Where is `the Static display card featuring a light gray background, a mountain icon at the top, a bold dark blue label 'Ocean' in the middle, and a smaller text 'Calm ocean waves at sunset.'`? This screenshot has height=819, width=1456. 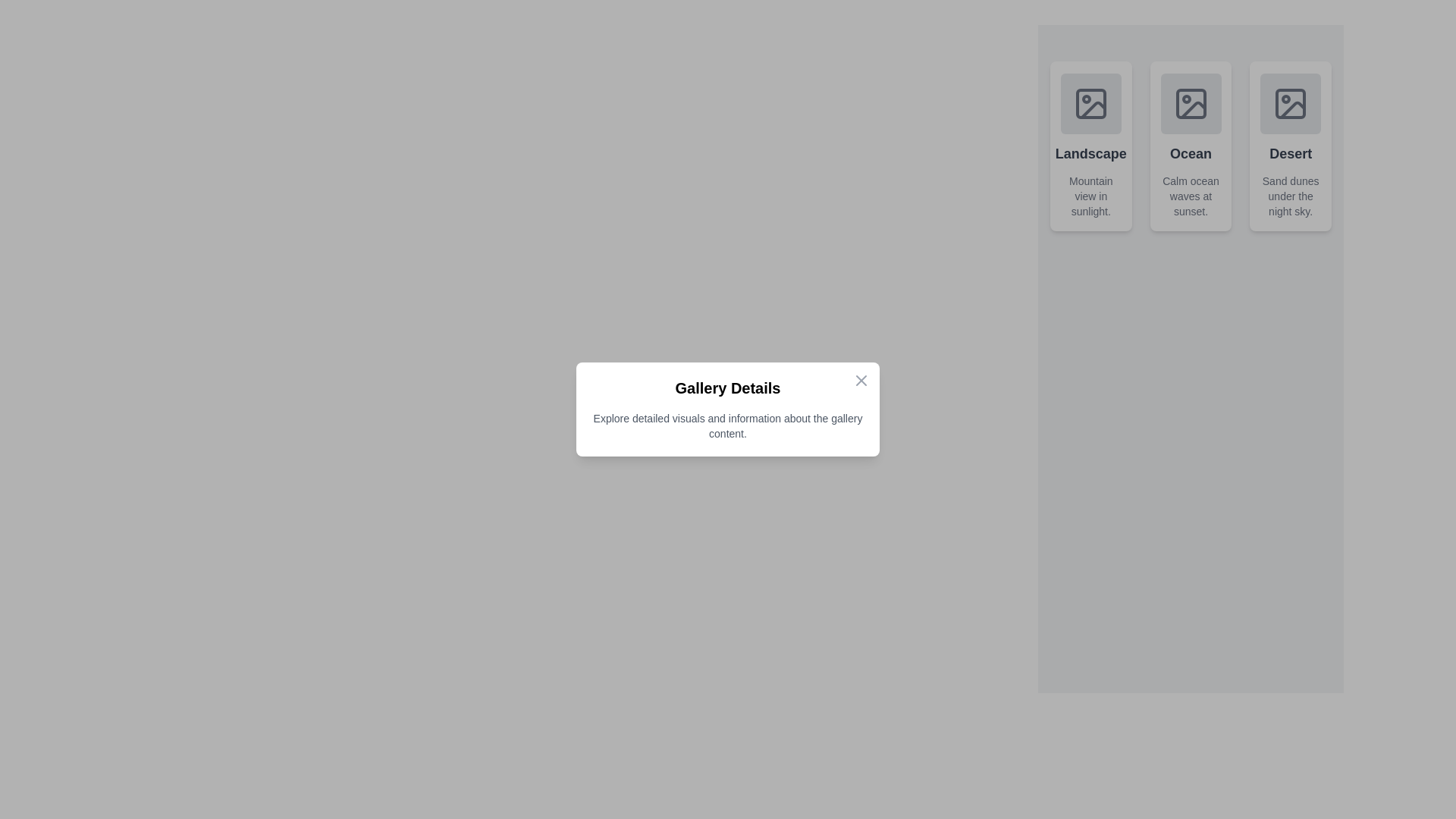 the Static display card featuring a light gray background, a mountain icon at the top, a bold dark blue label 'Ocean' in the middle, and a smaller text 'Calm ocean waves at sunset.' is located at coordinates (1190, 146).